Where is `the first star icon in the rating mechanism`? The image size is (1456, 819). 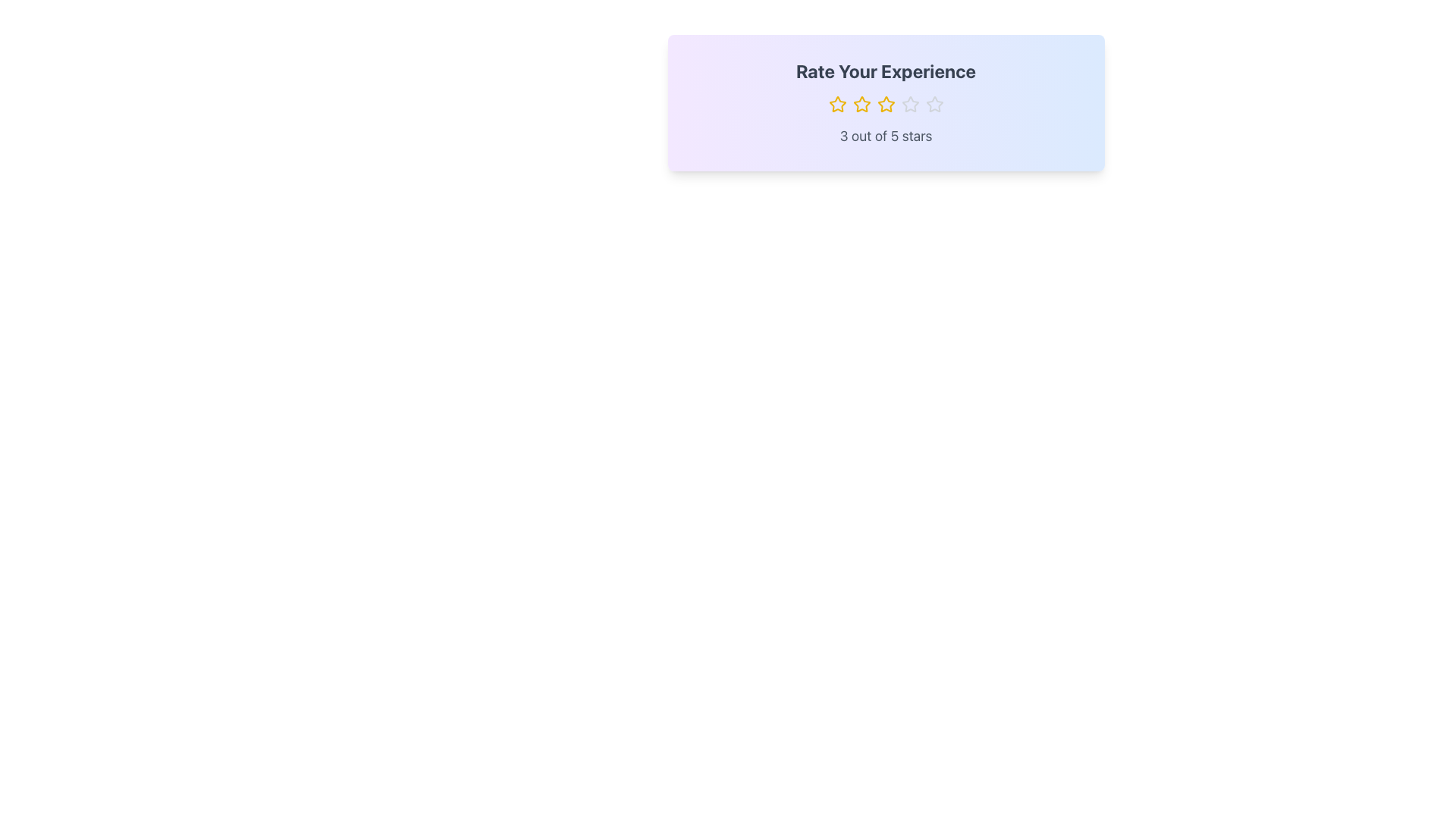
the first star icon in the rating mechanism is located at coordinates (836, 104).